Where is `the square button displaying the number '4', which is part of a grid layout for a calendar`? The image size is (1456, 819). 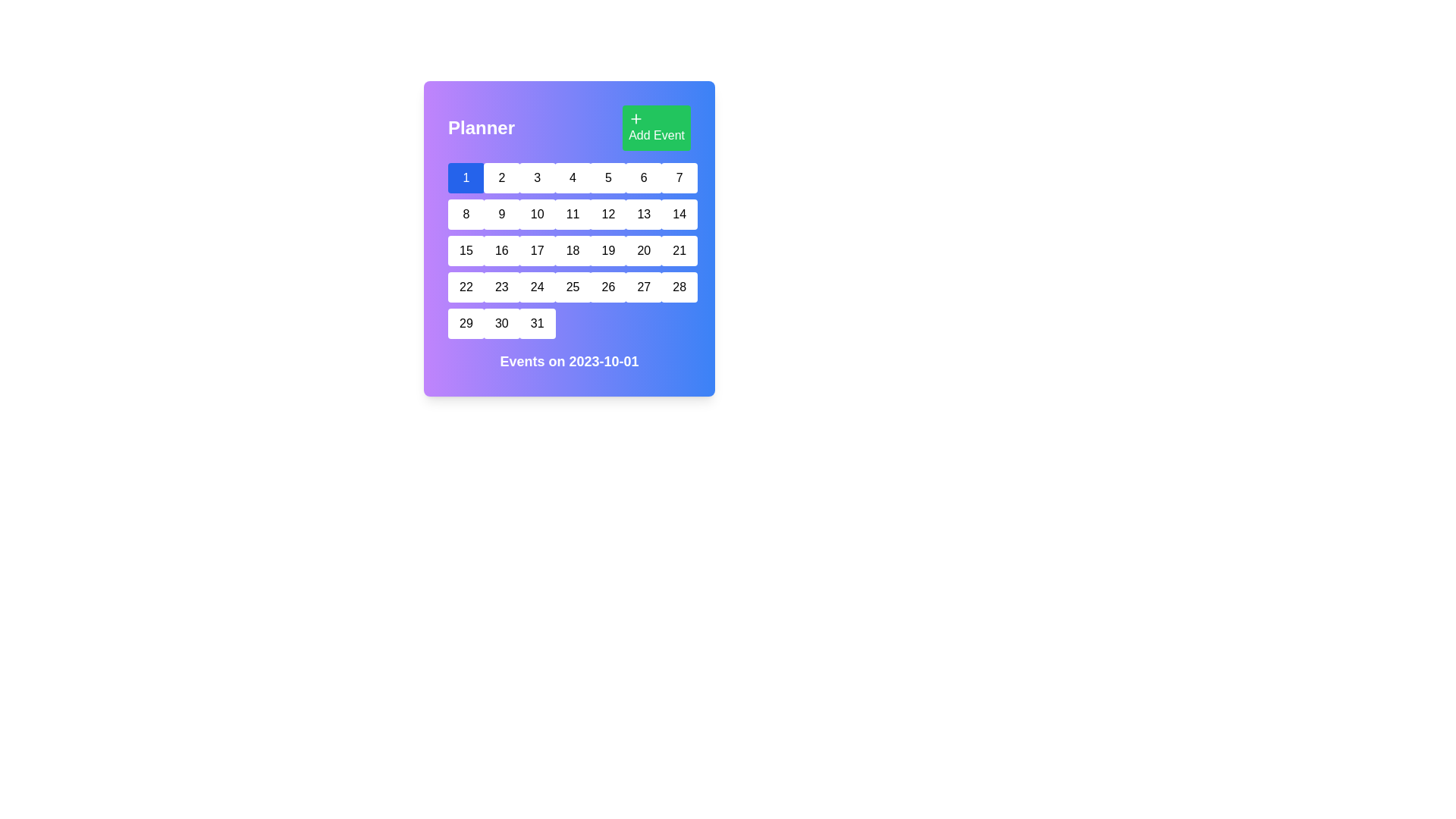 the square button displaying the number '4', which is part of a grid layout for a calendar is located at coordinates (572, 177).